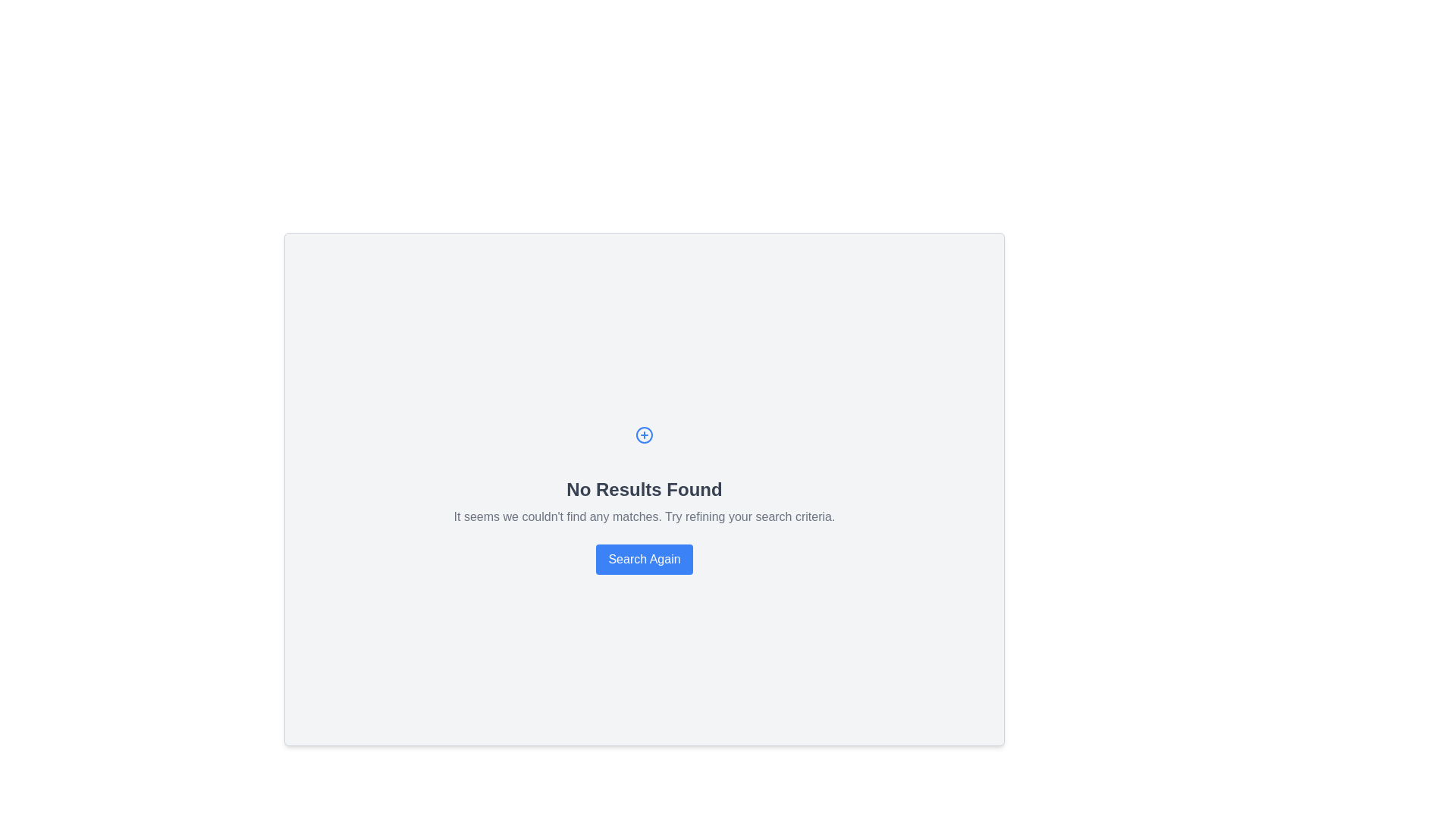 This screenshot has width=1456, height=819. I want to click on the addition or creation icon that is centrally aligned above the 'No Results Found' notification text in the gray panel, so click(644, 435).